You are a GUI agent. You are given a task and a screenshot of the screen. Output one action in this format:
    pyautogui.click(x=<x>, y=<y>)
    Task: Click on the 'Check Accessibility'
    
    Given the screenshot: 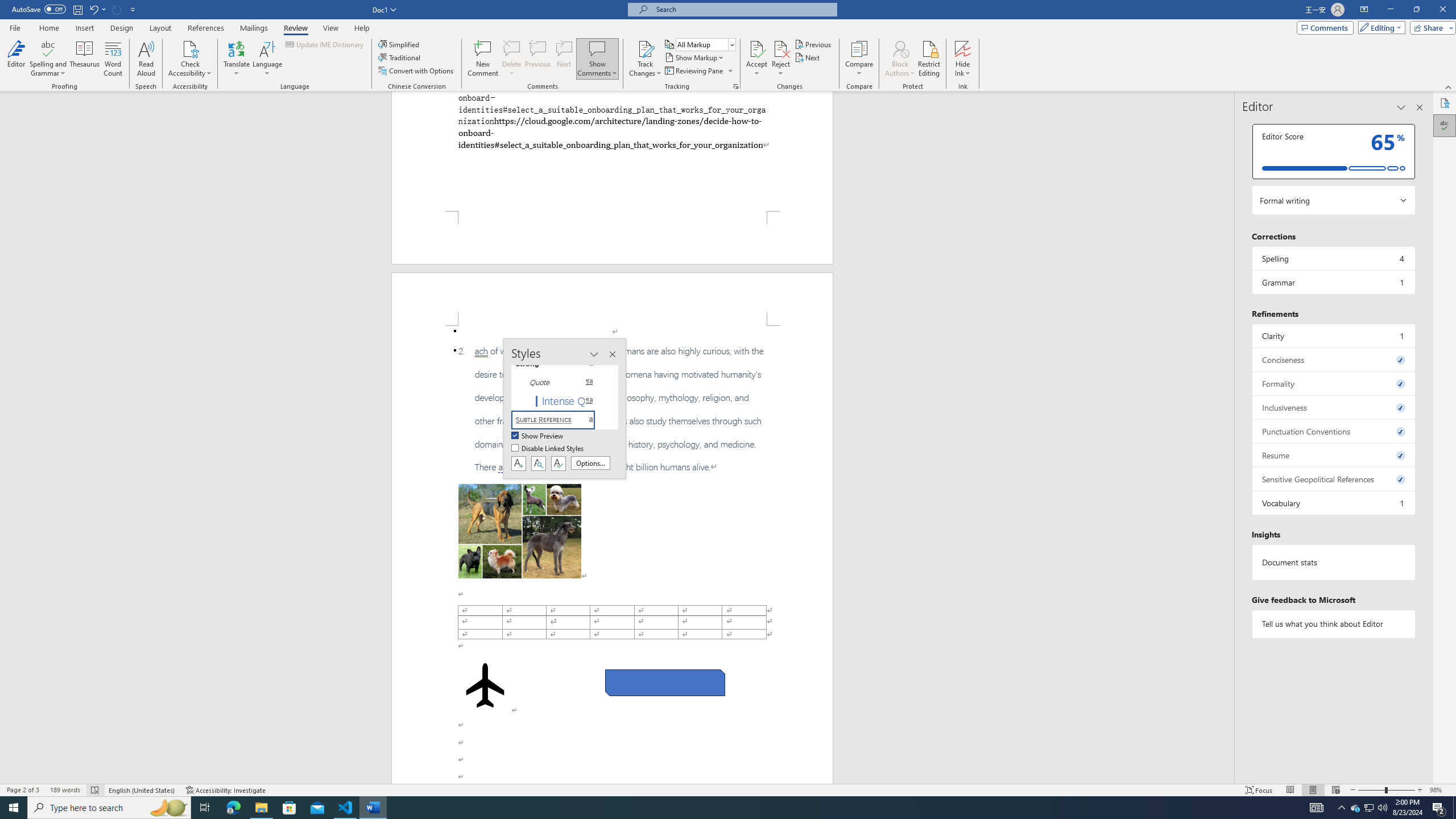 What is the action you would take?
    pyautogui.click(x=190, y=48)
    